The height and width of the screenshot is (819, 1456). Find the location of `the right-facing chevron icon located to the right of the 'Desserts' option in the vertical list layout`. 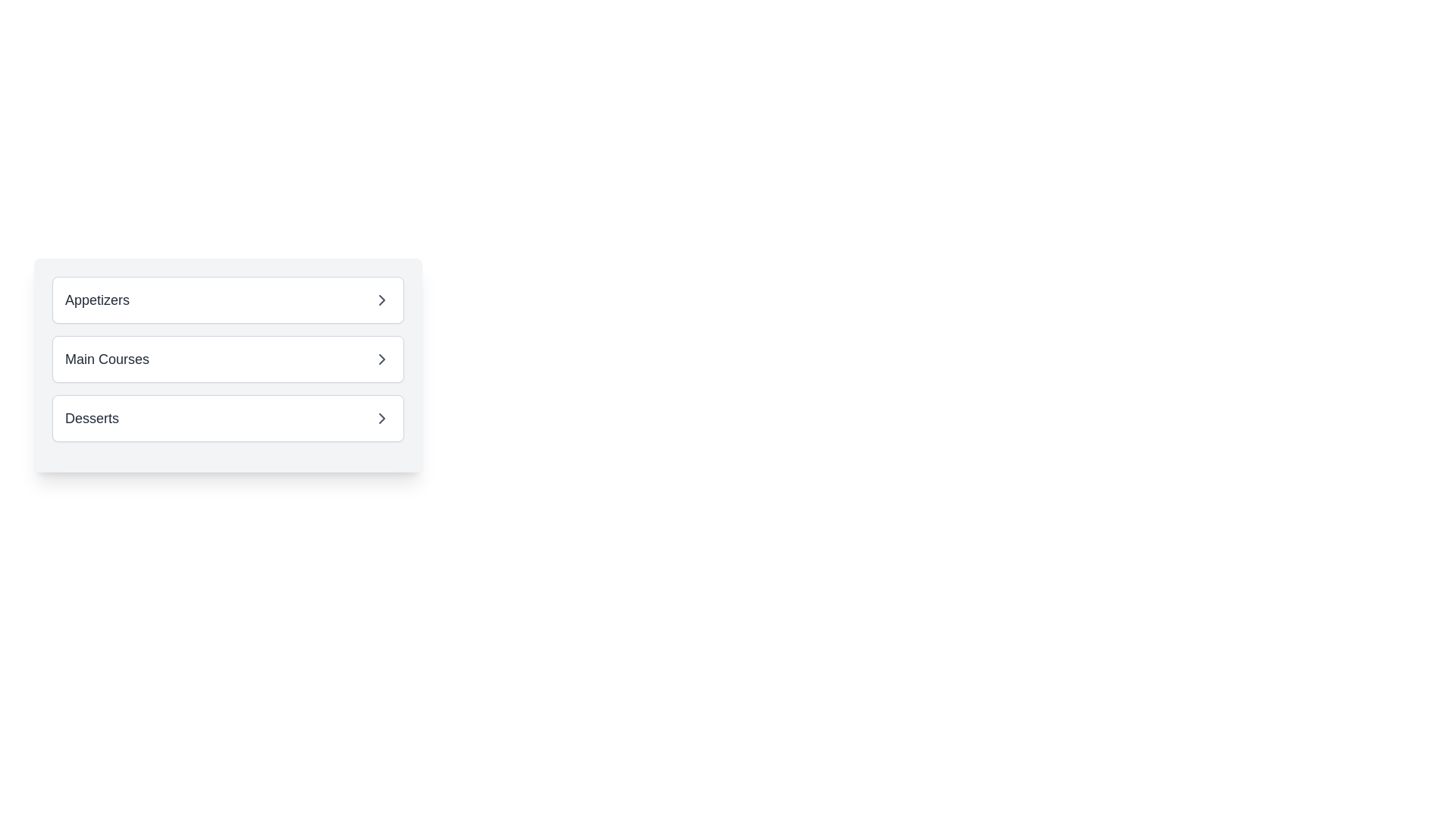

the right-facing chevron icon located to the right of the 'Desserts' option in the vertical list layout is located at coordinates (382, 418).